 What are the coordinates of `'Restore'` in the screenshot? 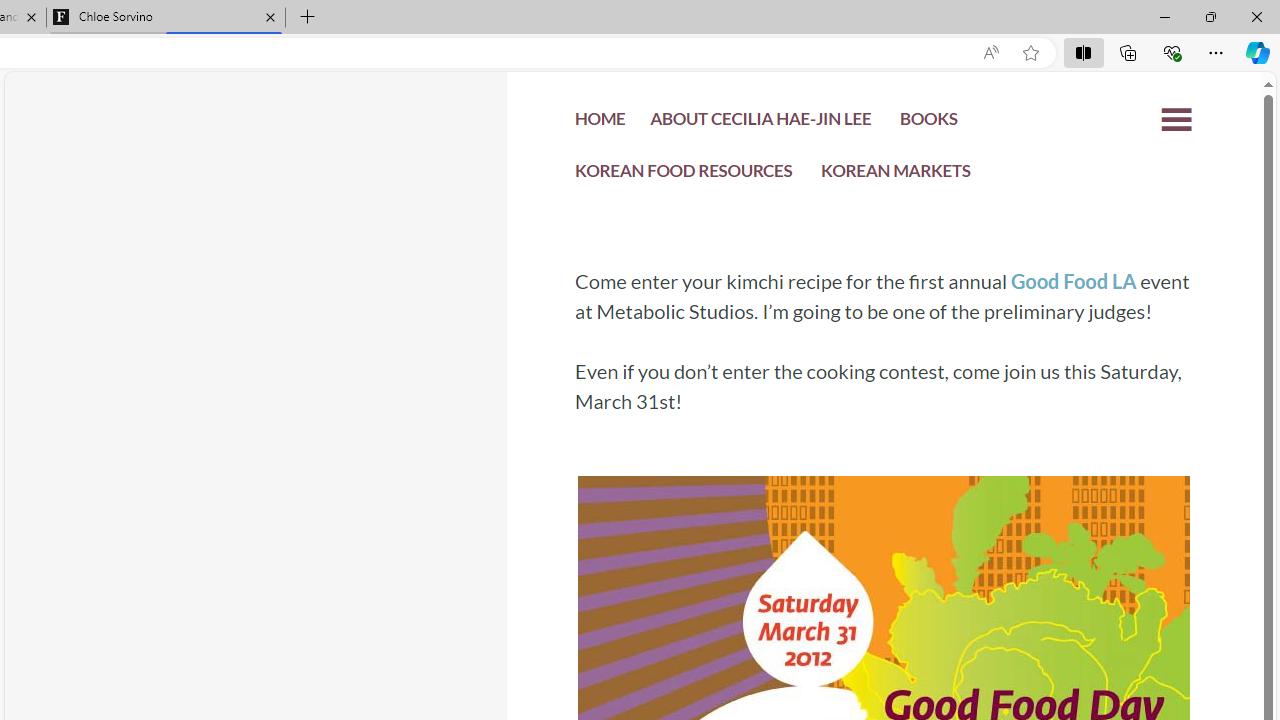 It's located at (1209, 16).